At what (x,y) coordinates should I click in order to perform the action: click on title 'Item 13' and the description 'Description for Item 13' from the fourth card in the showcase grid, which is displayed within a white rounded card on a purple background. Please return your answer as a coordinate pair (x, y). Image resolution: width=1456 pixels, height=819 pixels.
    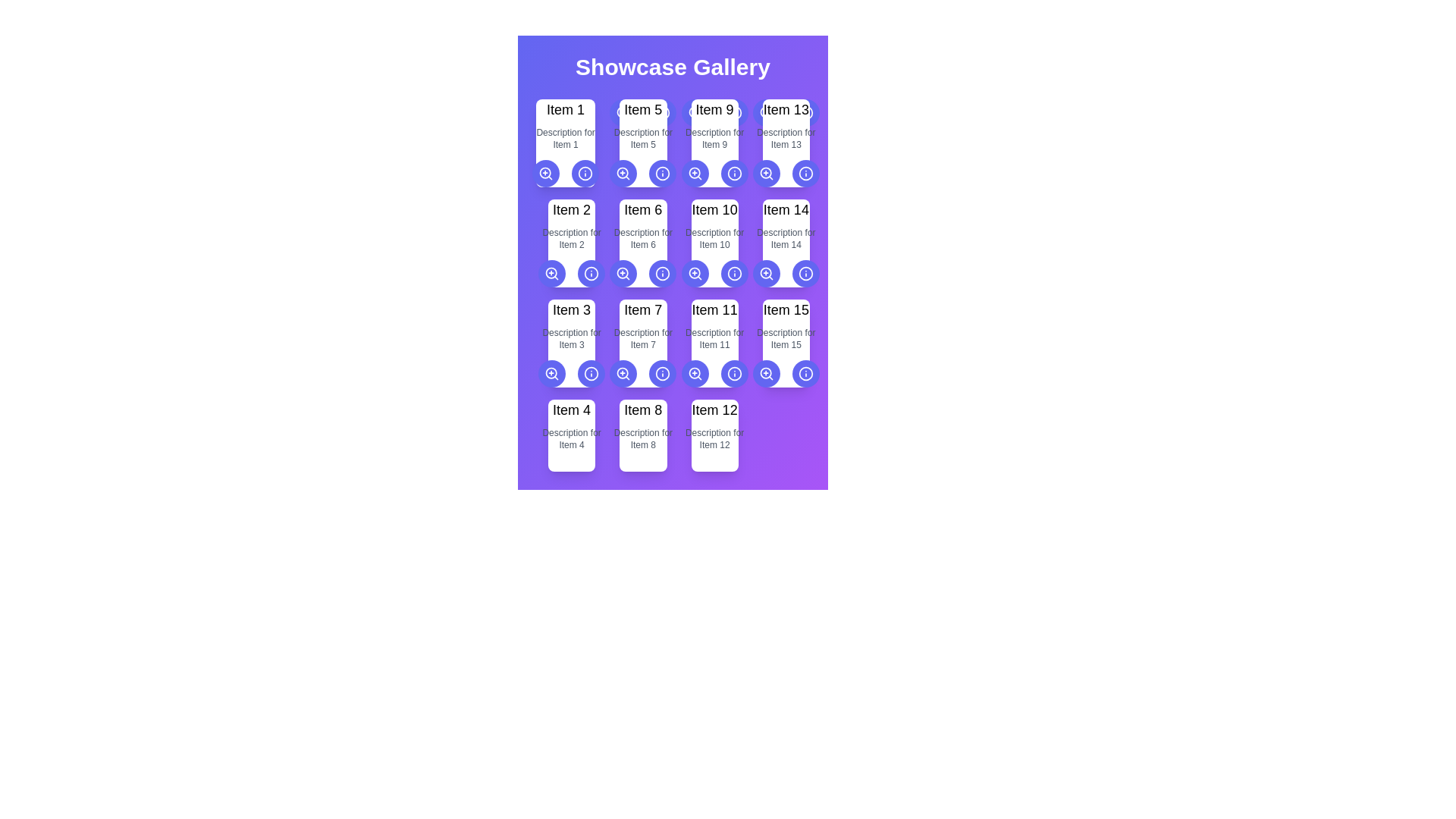
    Looking at the image, I should click on (786, 143).